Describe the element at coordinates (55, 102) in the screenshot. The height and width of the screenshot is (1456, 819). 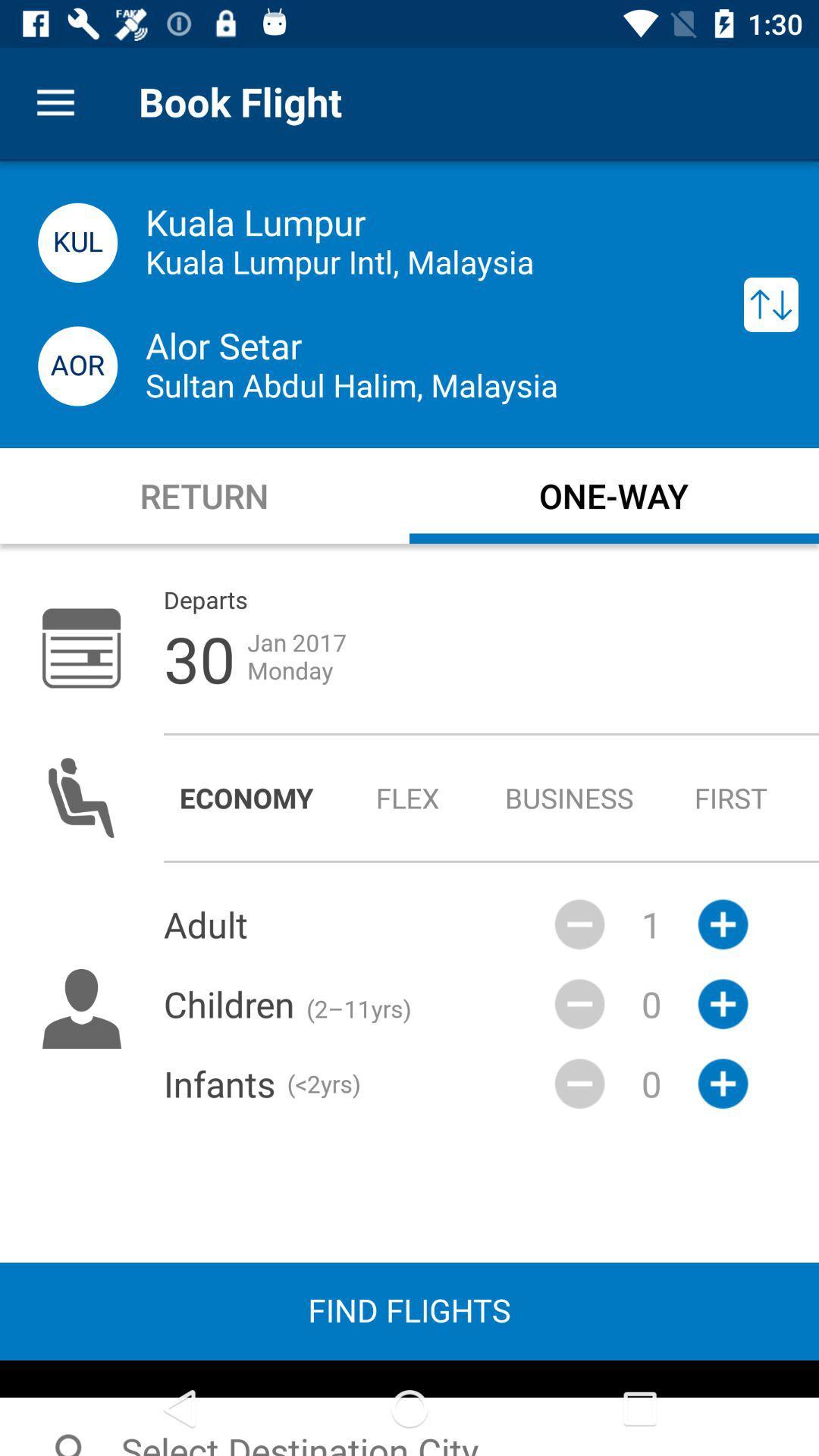
I see `item to the left of the book flight icon` at that location.